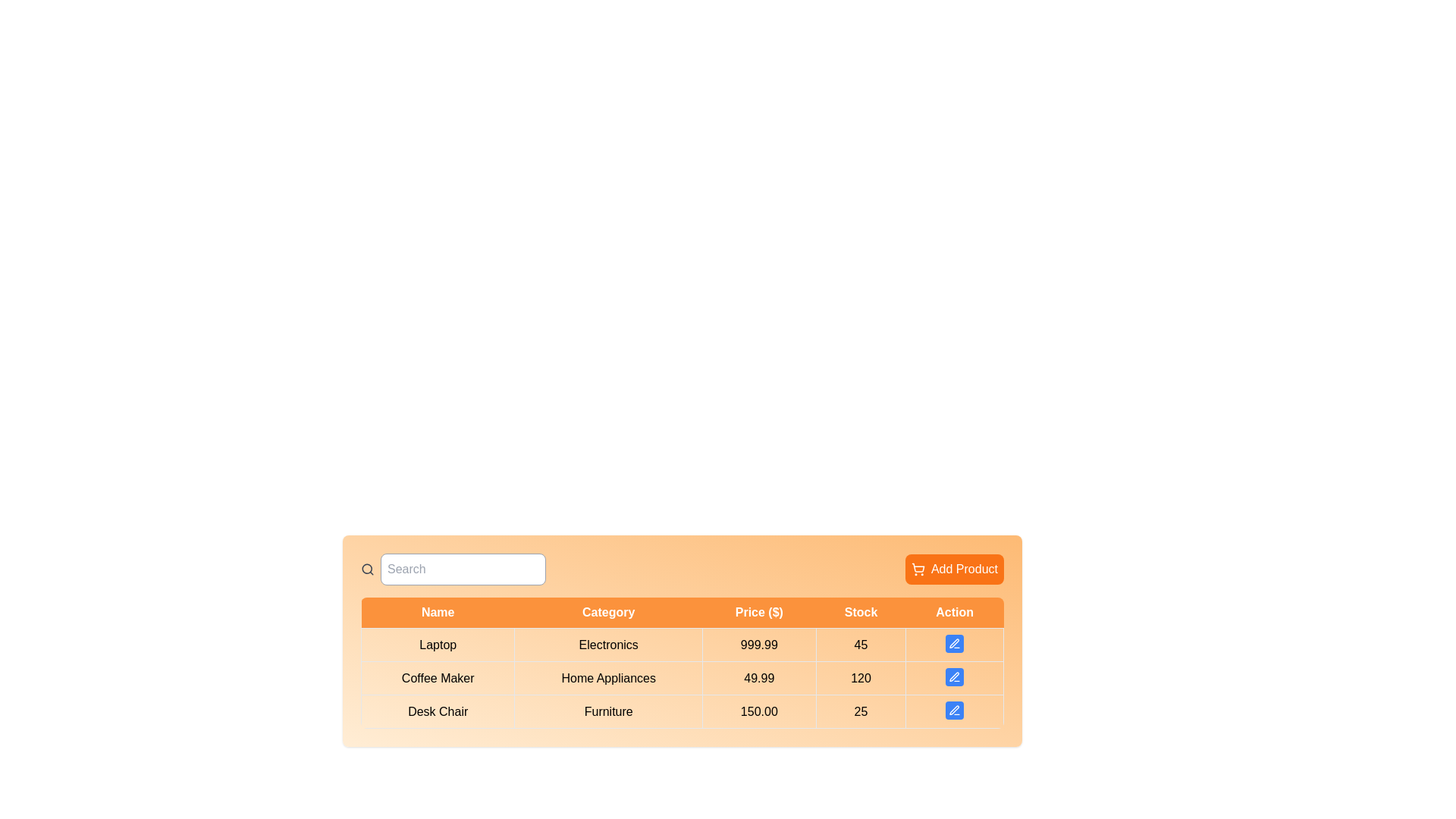  Describe the element at coordinates (861, 711) in the screenshot. I see `the stock quantity text for the 'Desk Chair' item, located in the fourth column of the data table, between the 'Price ($)' column and the 'Action' column` at that location.